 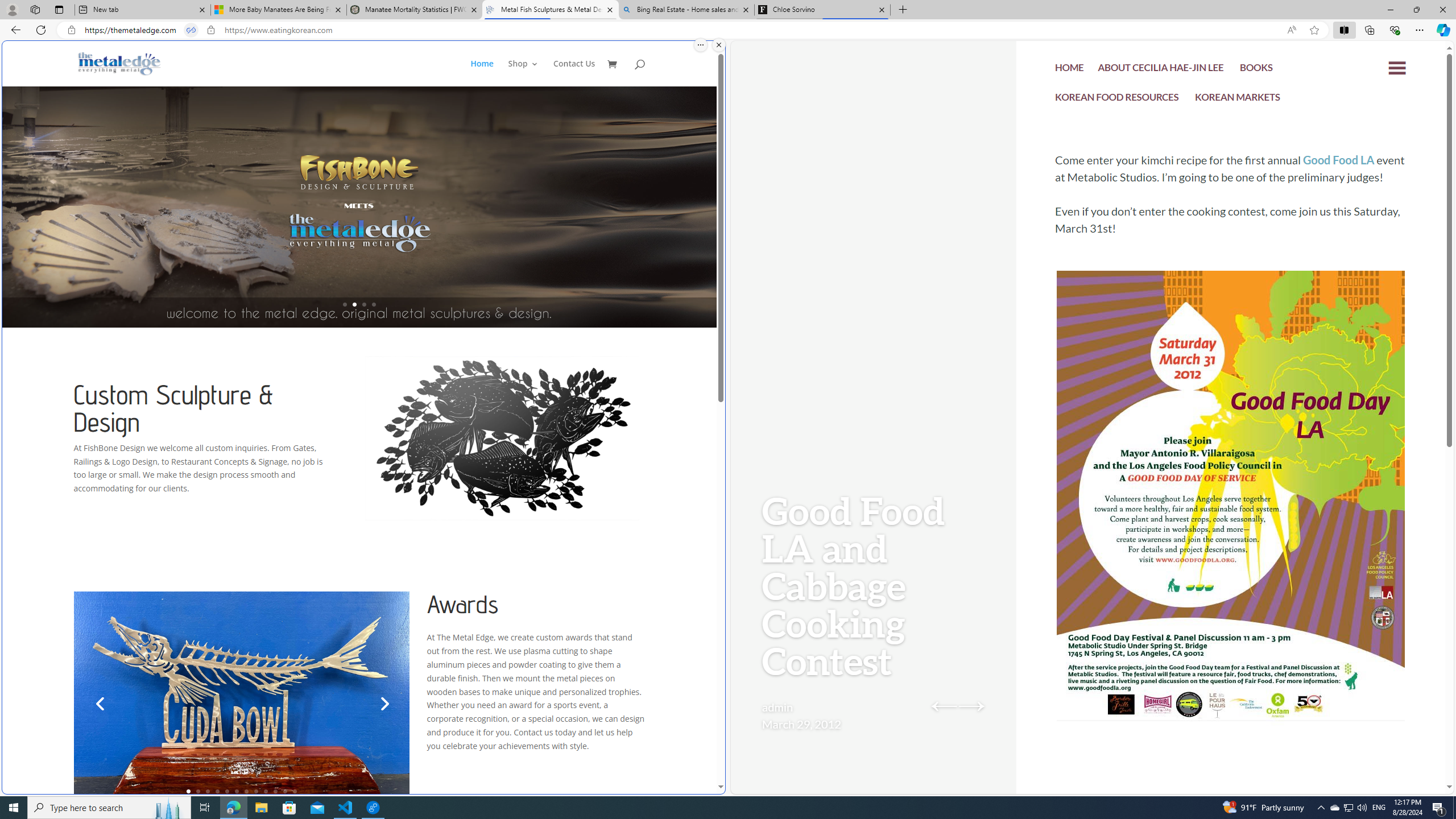 What do you see at coordinates (236, 791) in the screenshot?
I see `'6'` at bounding box center [236, 791].